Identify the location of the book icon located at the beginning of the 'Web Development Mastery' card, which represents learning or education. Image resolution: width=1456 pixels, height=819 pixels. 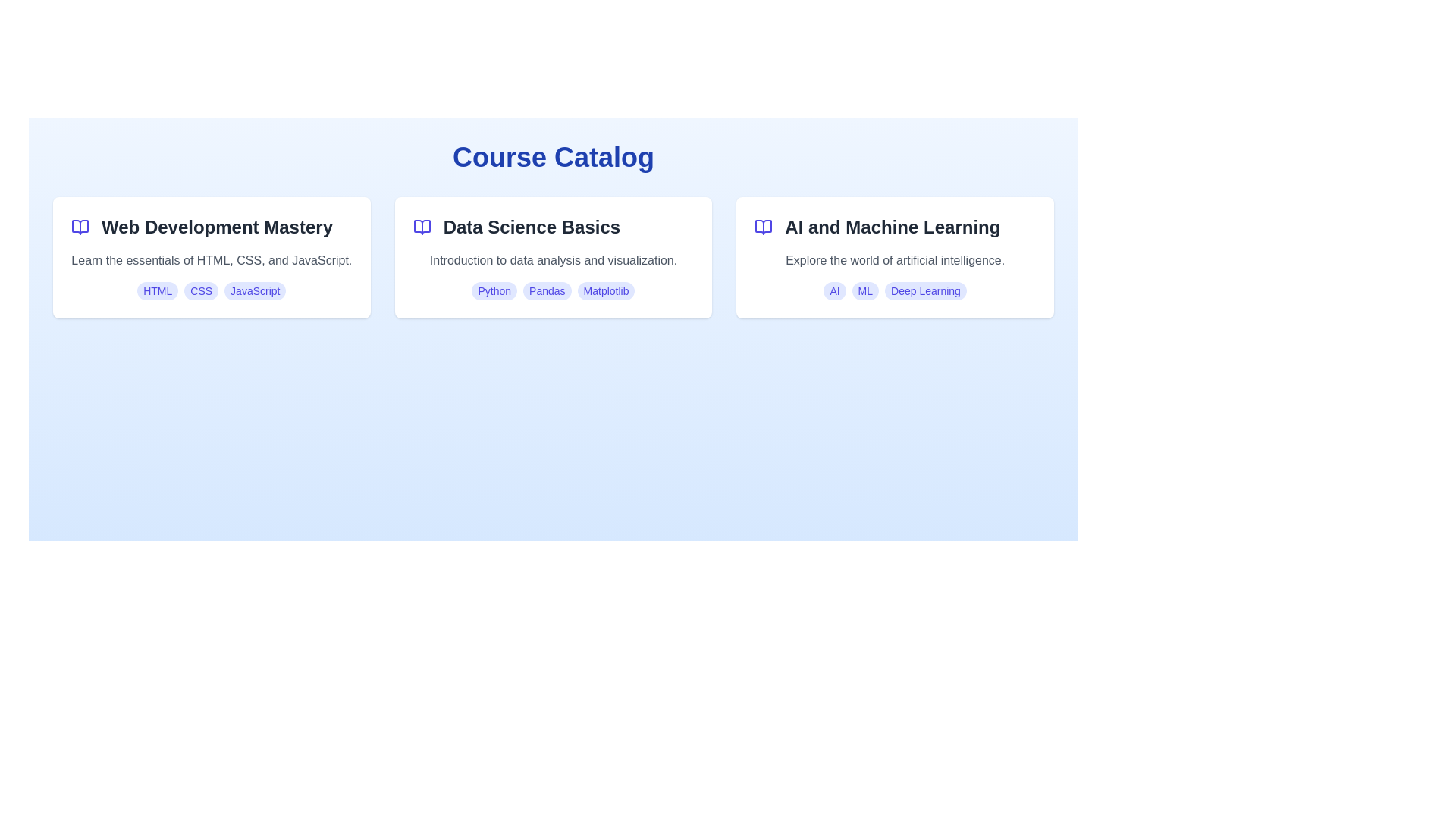
(79, 227).